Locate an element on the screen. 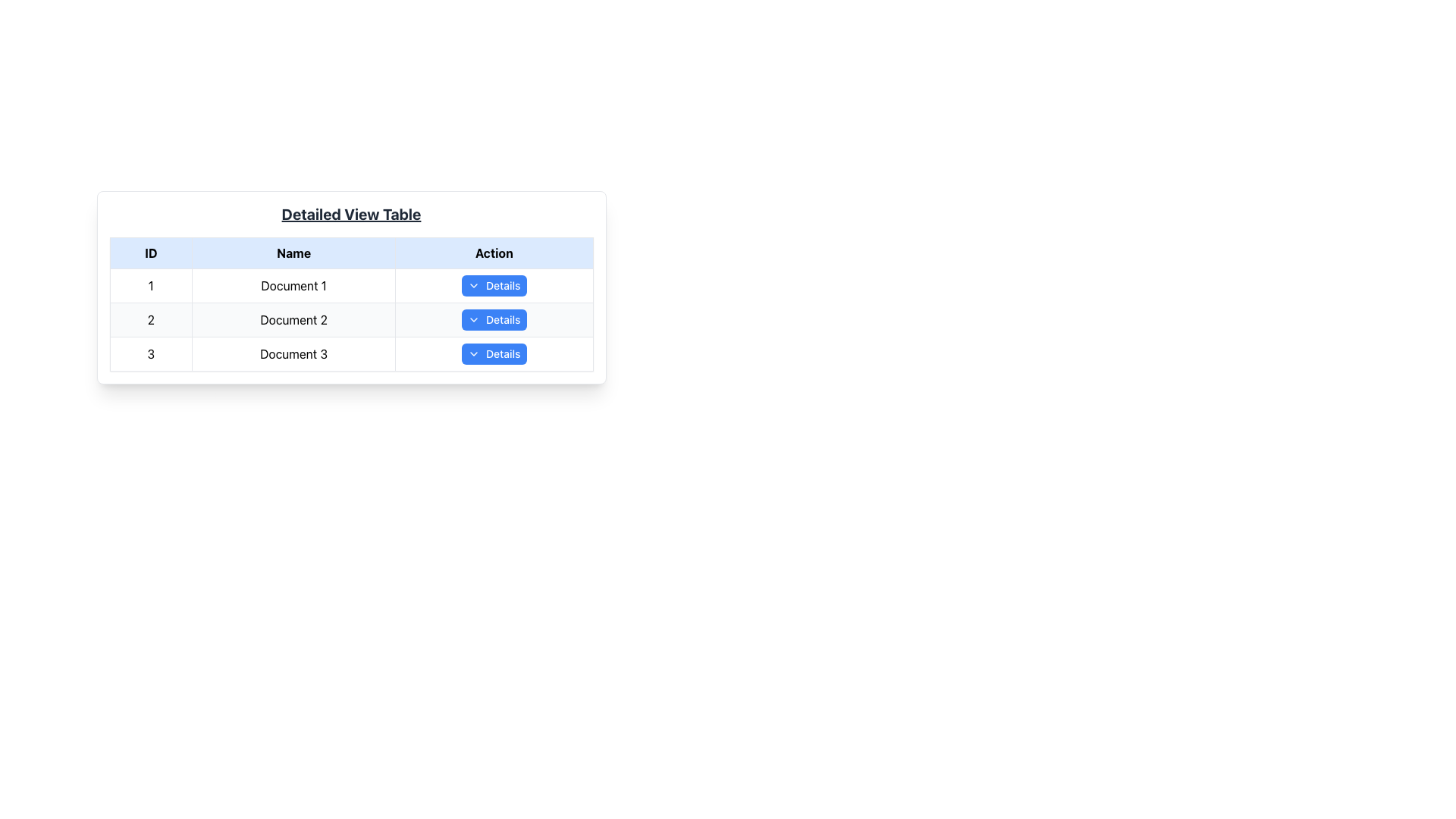  the bold numeric '3' in the ID column of the table for 'Document 3' is located at coordinates (151, 353).